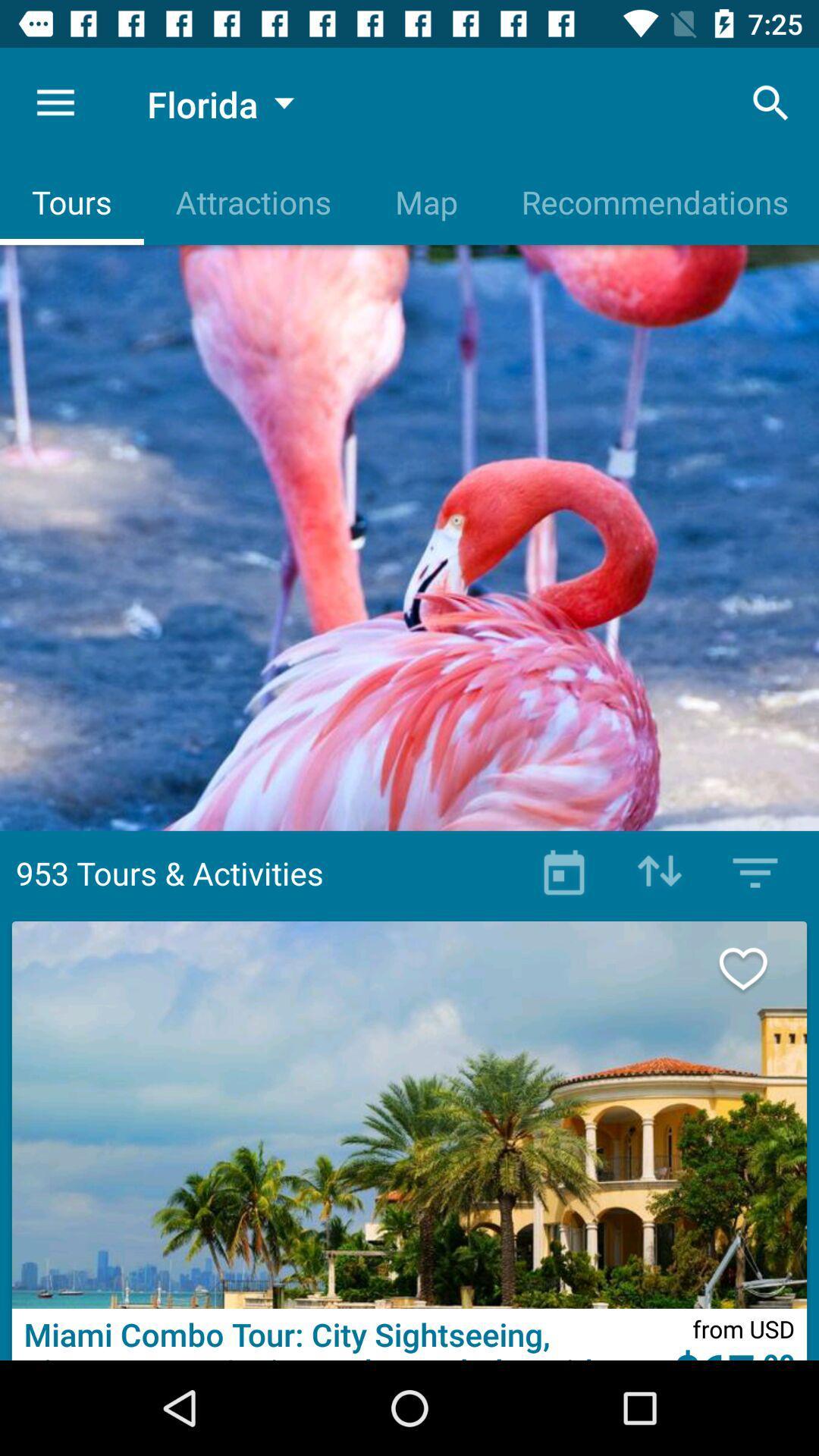  What do you see at coordinates (759, 968) in the screenshot?
I see `to favorites` at bounding box center [759, 968].